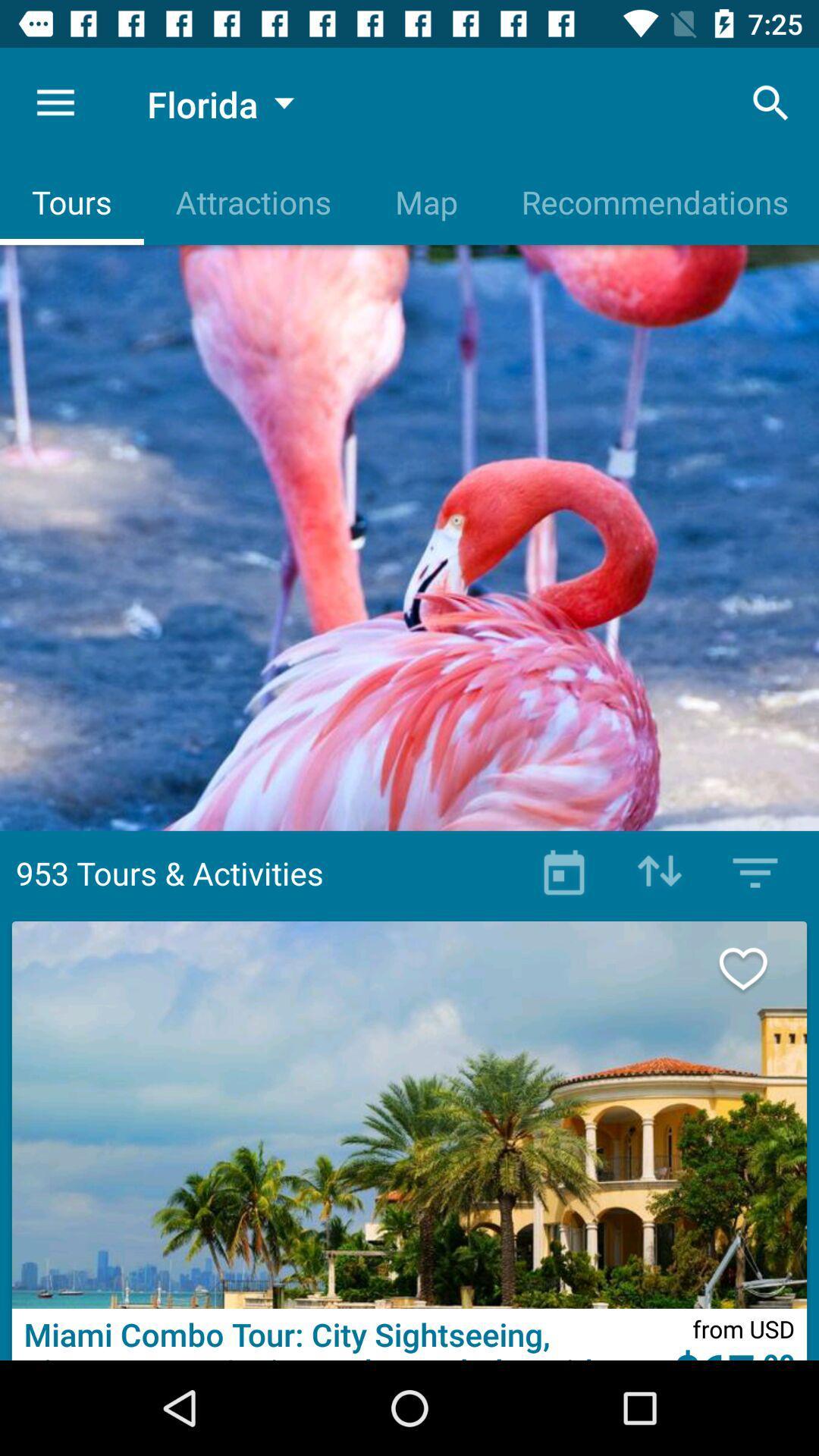  What do you see at coordinates (759, 968) in the screenshot?
I see `to favorites` at bounding box center [759, 968].